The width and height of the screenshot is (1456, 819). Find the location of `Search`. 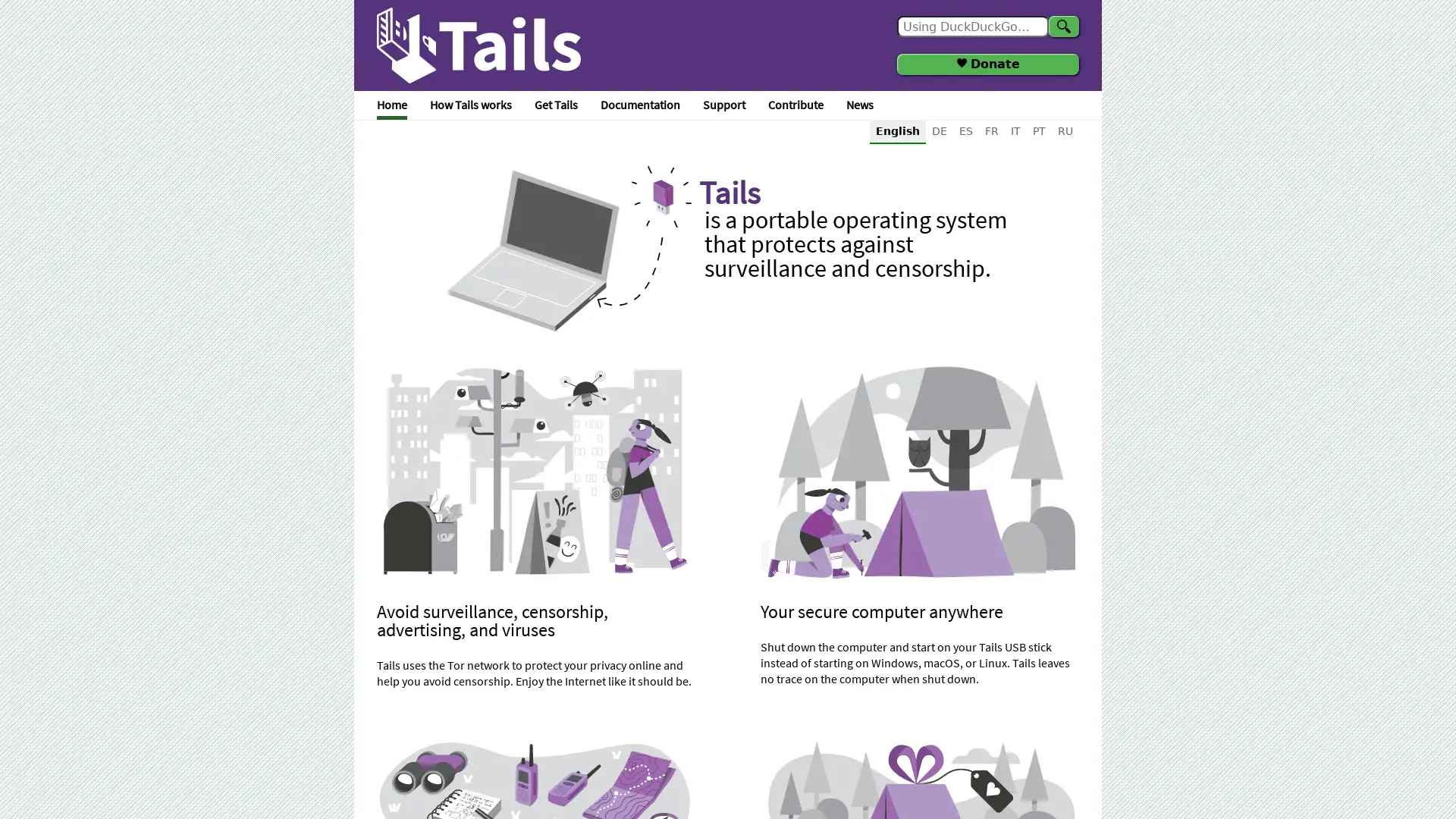

Search is located at coordinates (1062, 26).